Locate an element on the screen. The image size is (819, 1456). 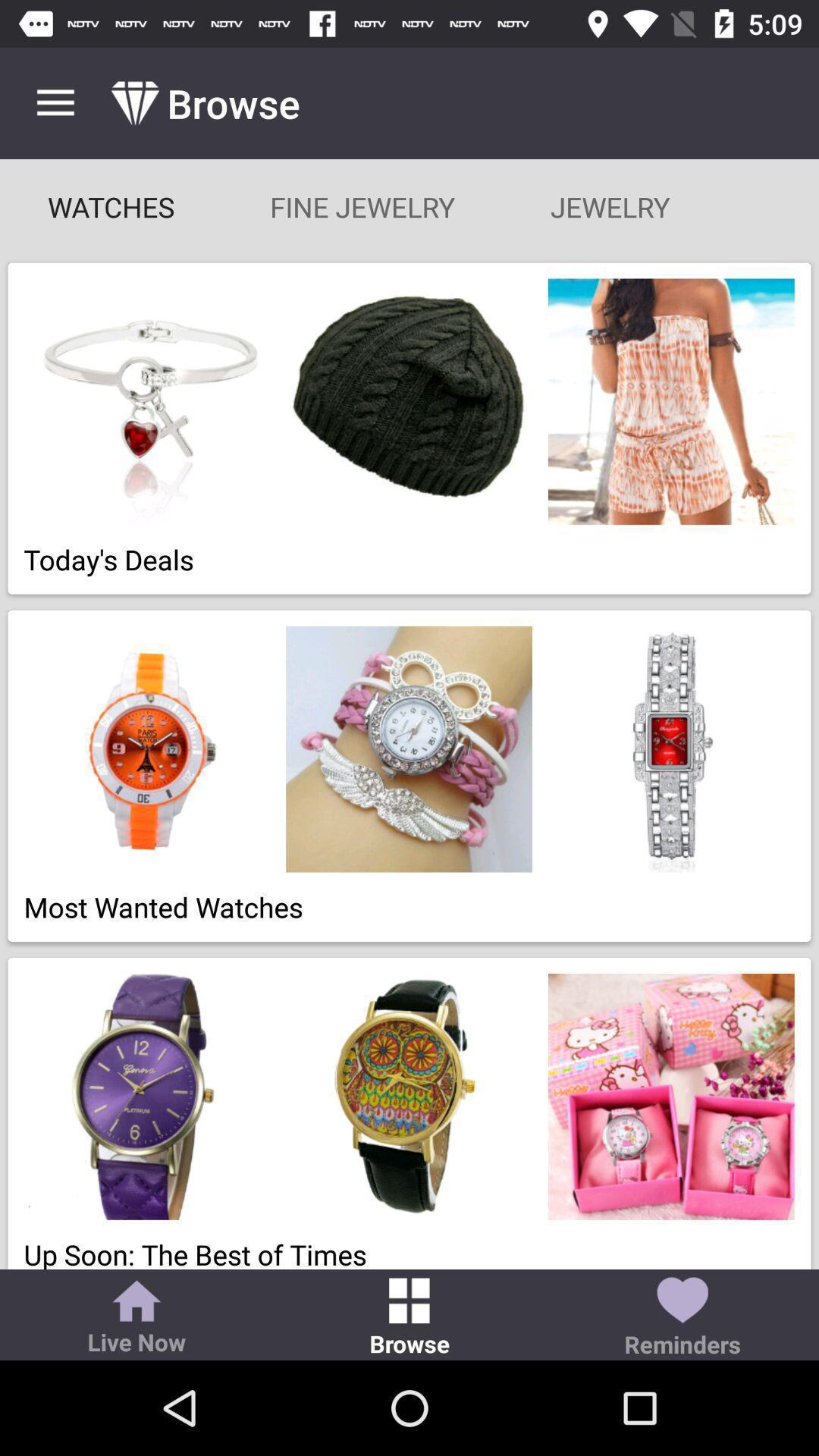
item to the left of the browse is located at coordinates (136, 1318).